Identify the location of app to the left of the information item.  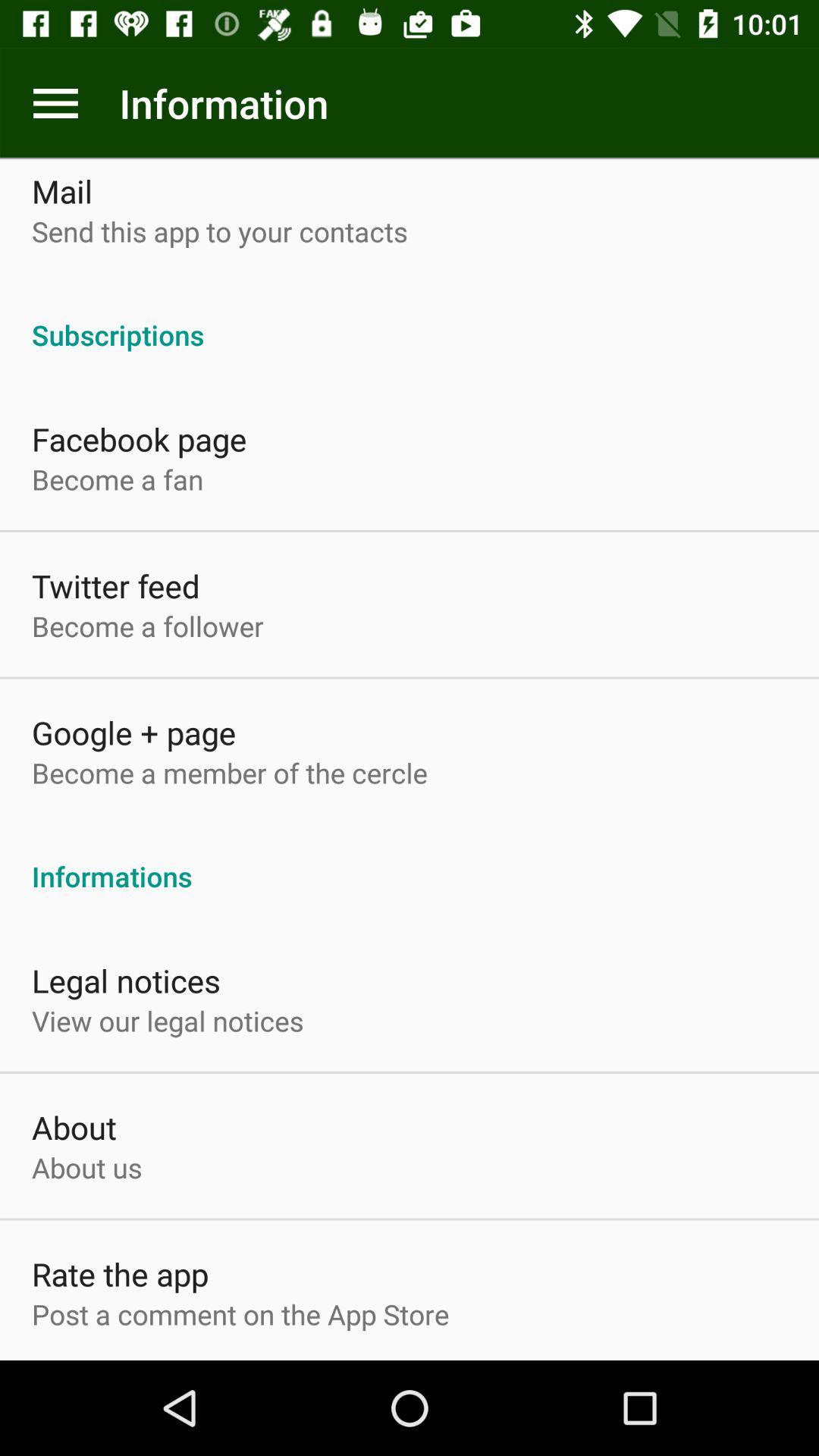
(55, 102).